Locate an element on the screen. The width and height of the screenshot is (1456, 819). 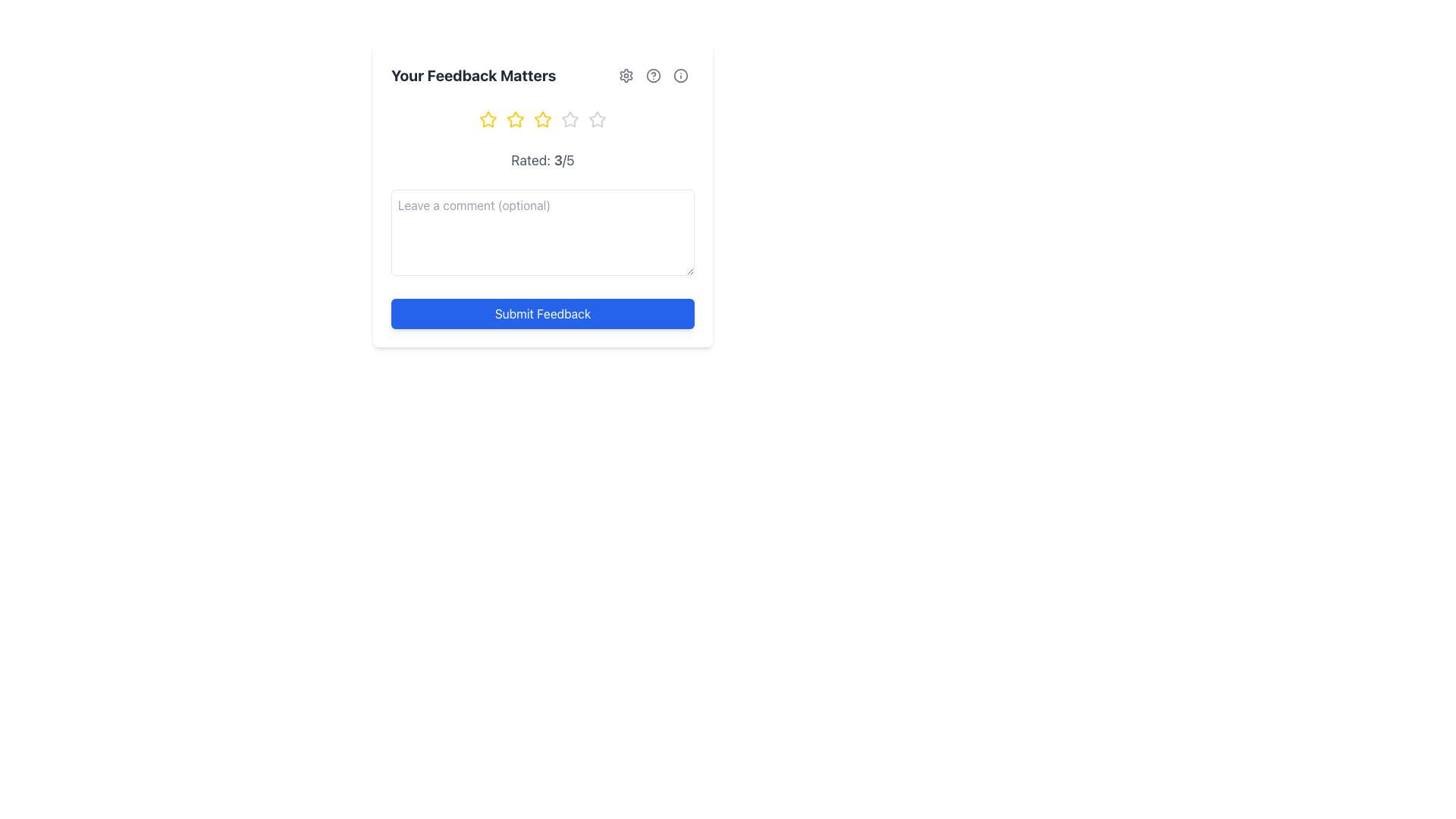
the third star in the rating interface, which is styled with a yellow fill and white outline is located at coordinates (542, 119).